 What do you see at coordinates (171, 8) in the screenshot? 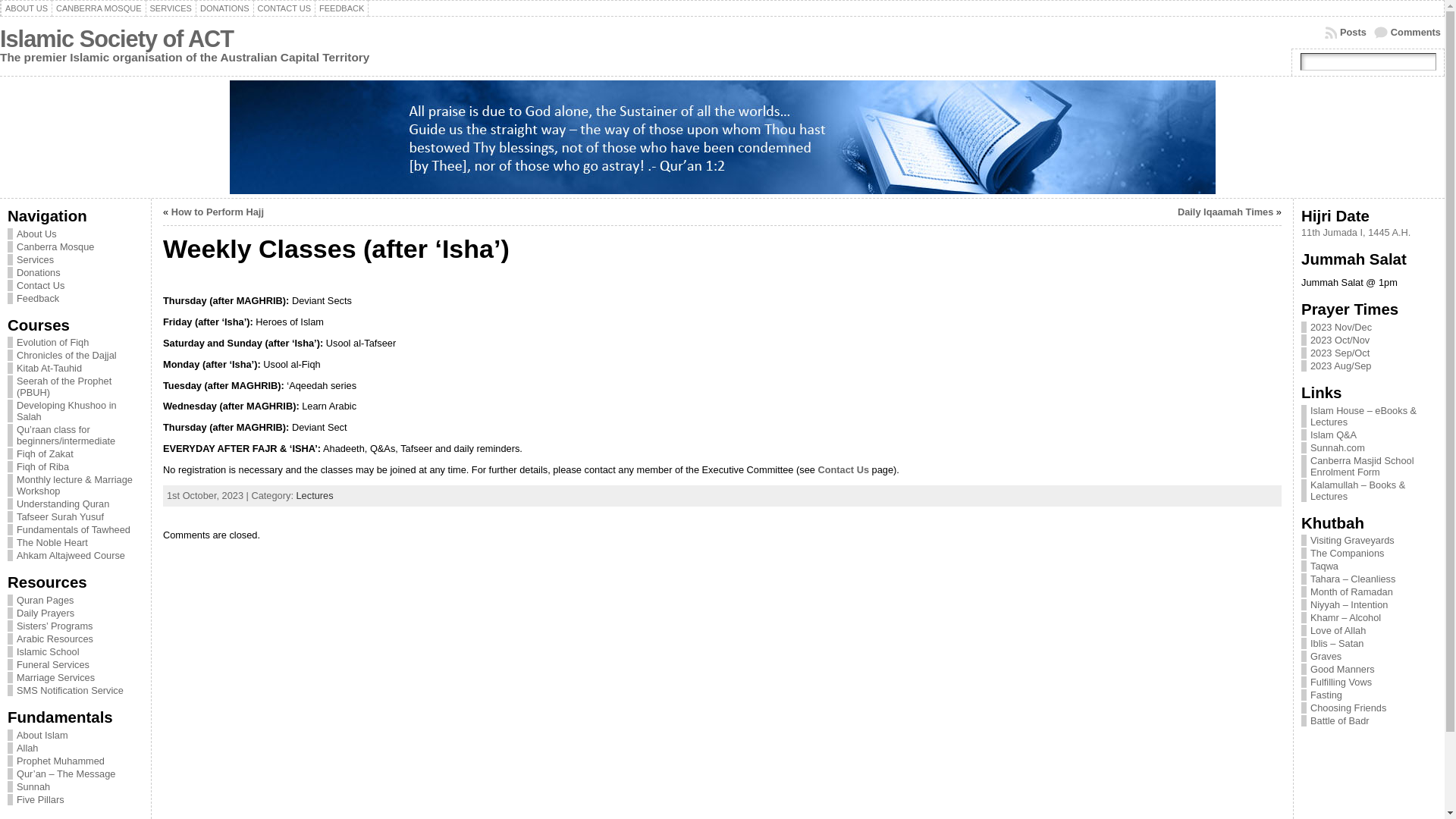
I see `'SERVICES'` at bounding box center [171, 8].